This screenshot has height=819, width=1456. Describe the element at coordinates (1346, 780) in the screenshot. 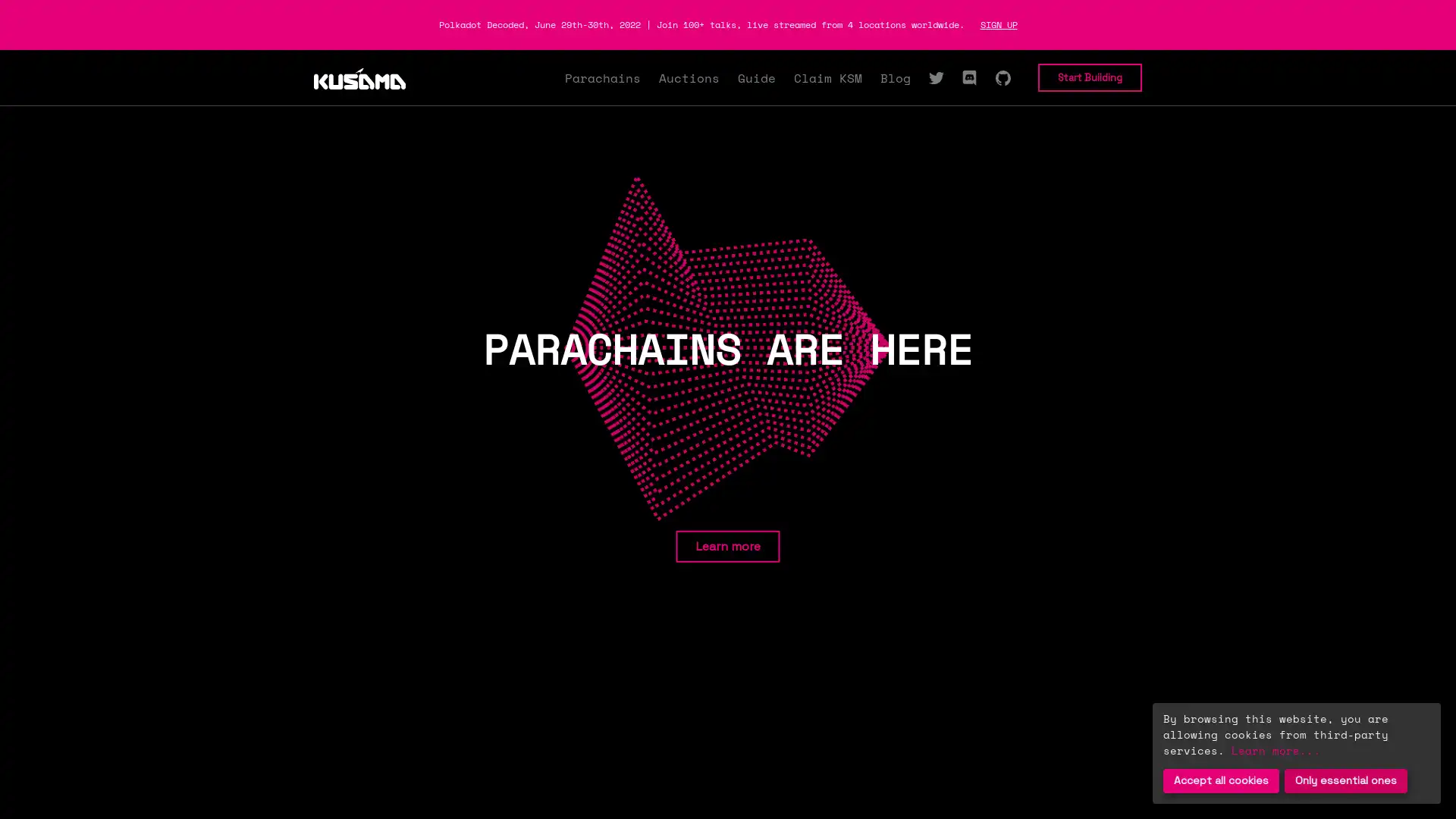

I see `Only essential ones` at that location.